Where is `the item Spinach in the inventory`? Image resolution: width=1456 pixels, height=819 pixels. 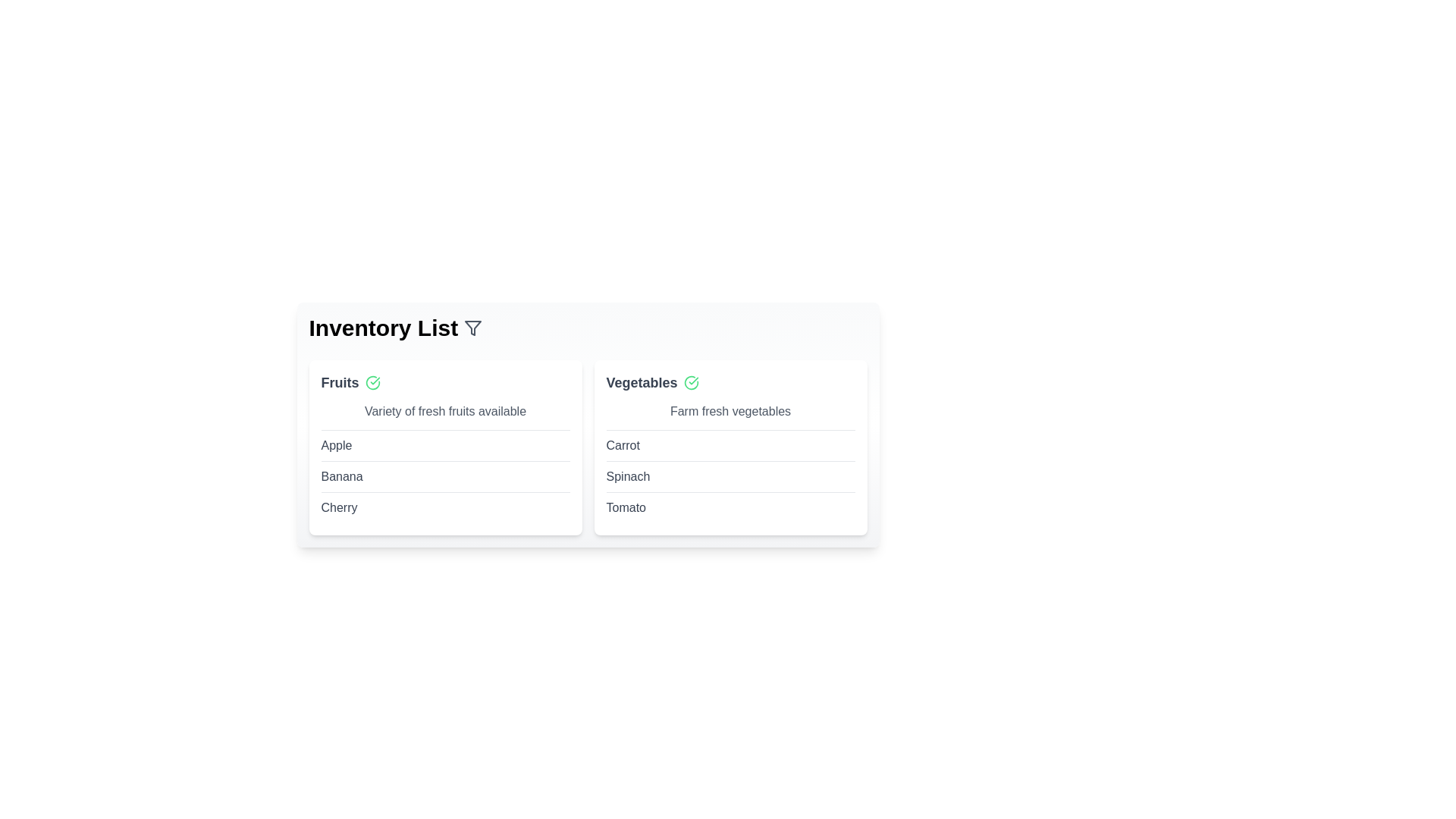 the item Spinach in the inventory is located at coordinates (628, 475).